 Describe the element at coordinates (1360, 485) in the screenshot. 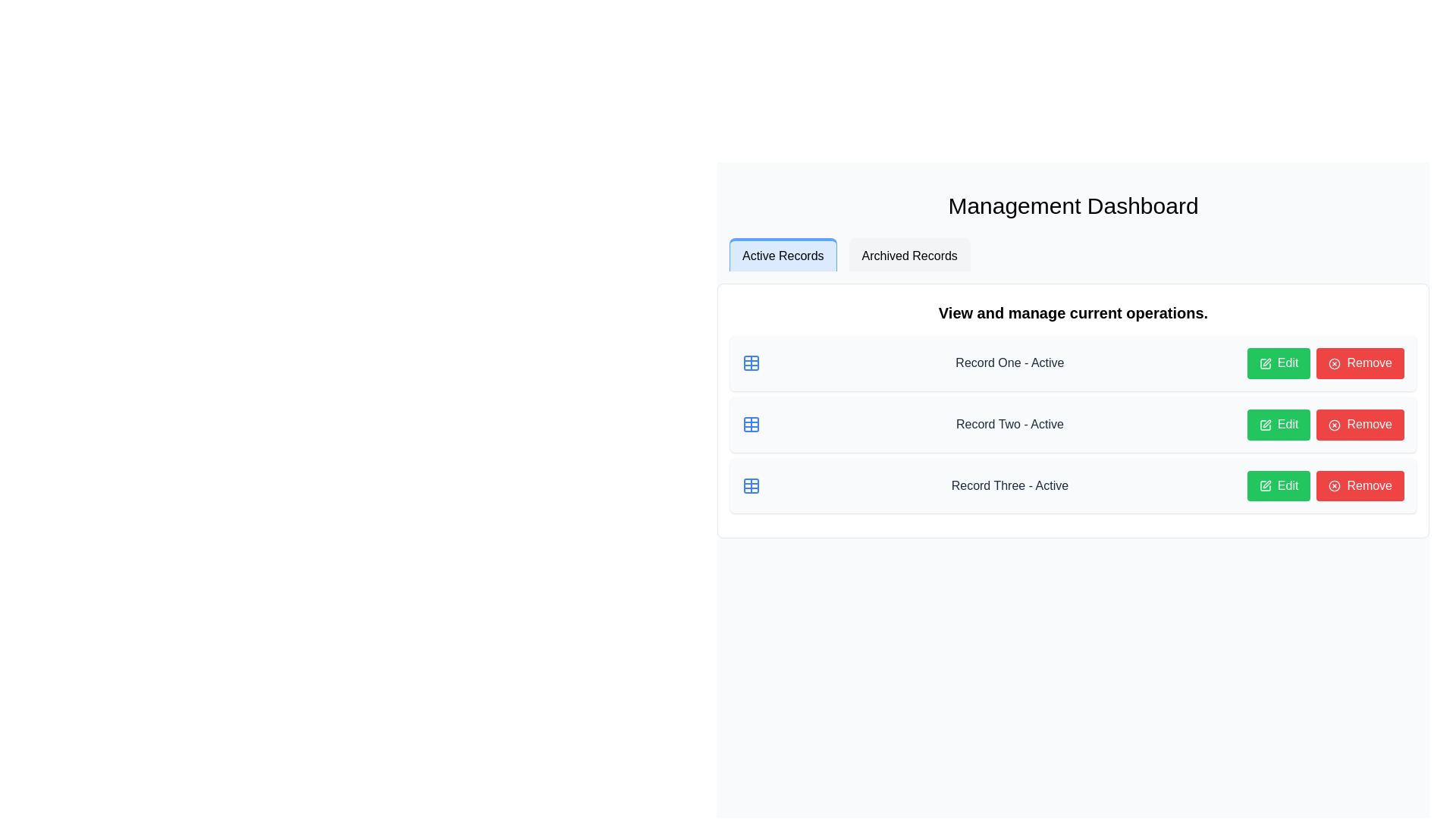

I see `the button that initiates the removal of 'Record Three - Active'` at that location.